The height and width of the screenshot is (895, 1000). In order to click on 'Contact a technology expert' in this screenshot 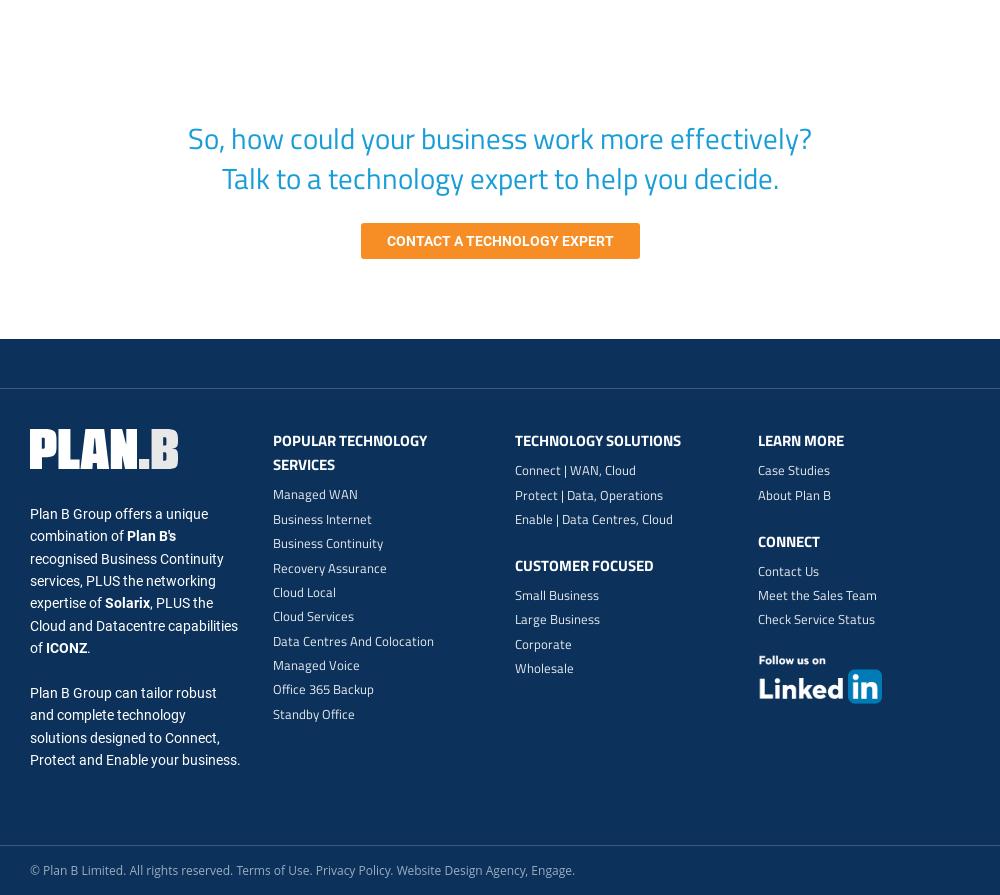, I will do `click(386, 240)`.